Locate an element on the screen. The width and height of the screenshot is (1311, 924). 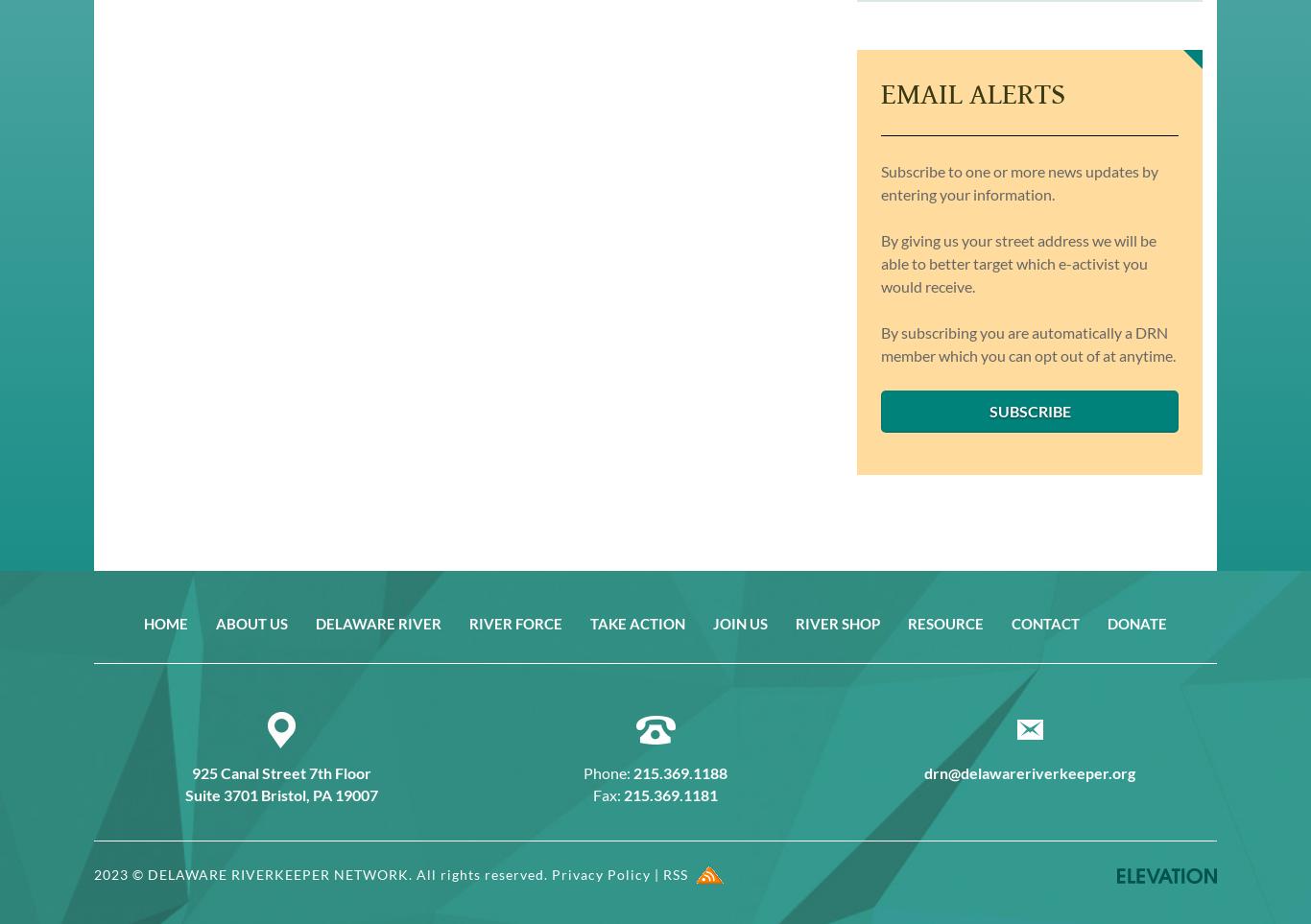
'Delaware Riverkeeper Network.' is located at coordinates (280, 872).